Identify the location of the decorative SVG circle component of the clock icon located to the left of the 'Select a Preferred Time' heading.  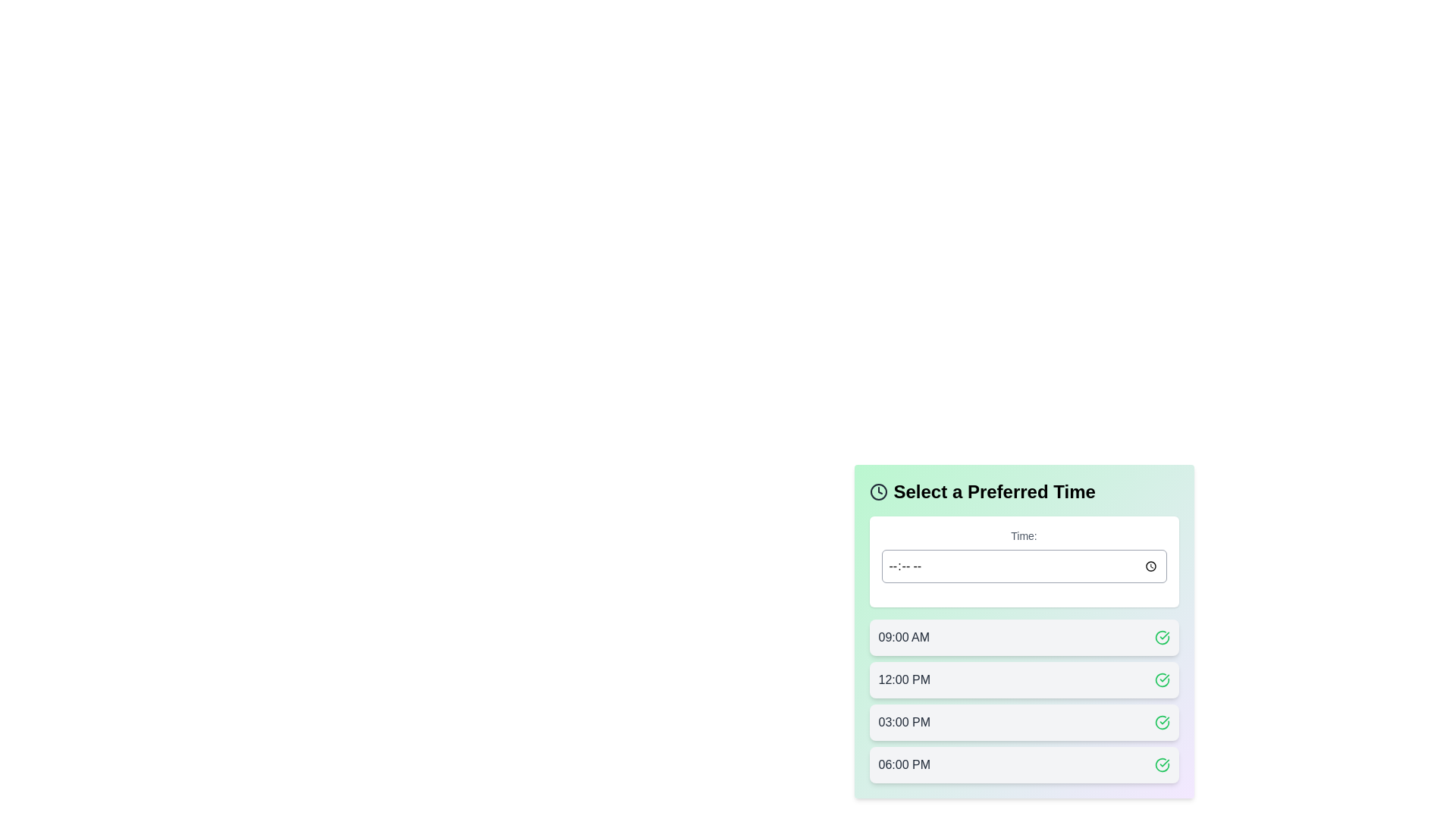
(878, 491).